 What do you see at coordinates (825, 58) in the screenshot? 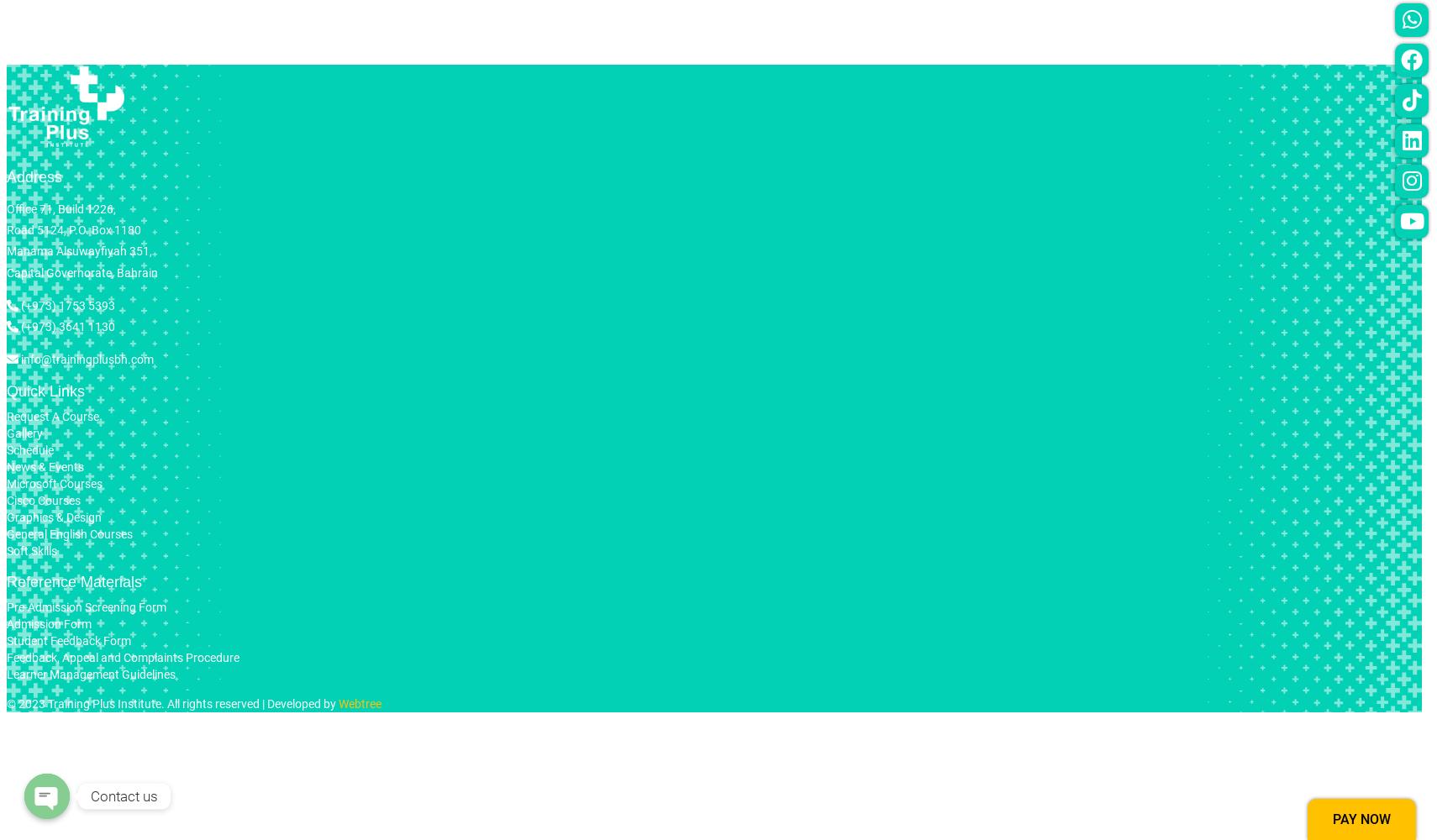
I see `'General English'` at bounding box center [825, 58].